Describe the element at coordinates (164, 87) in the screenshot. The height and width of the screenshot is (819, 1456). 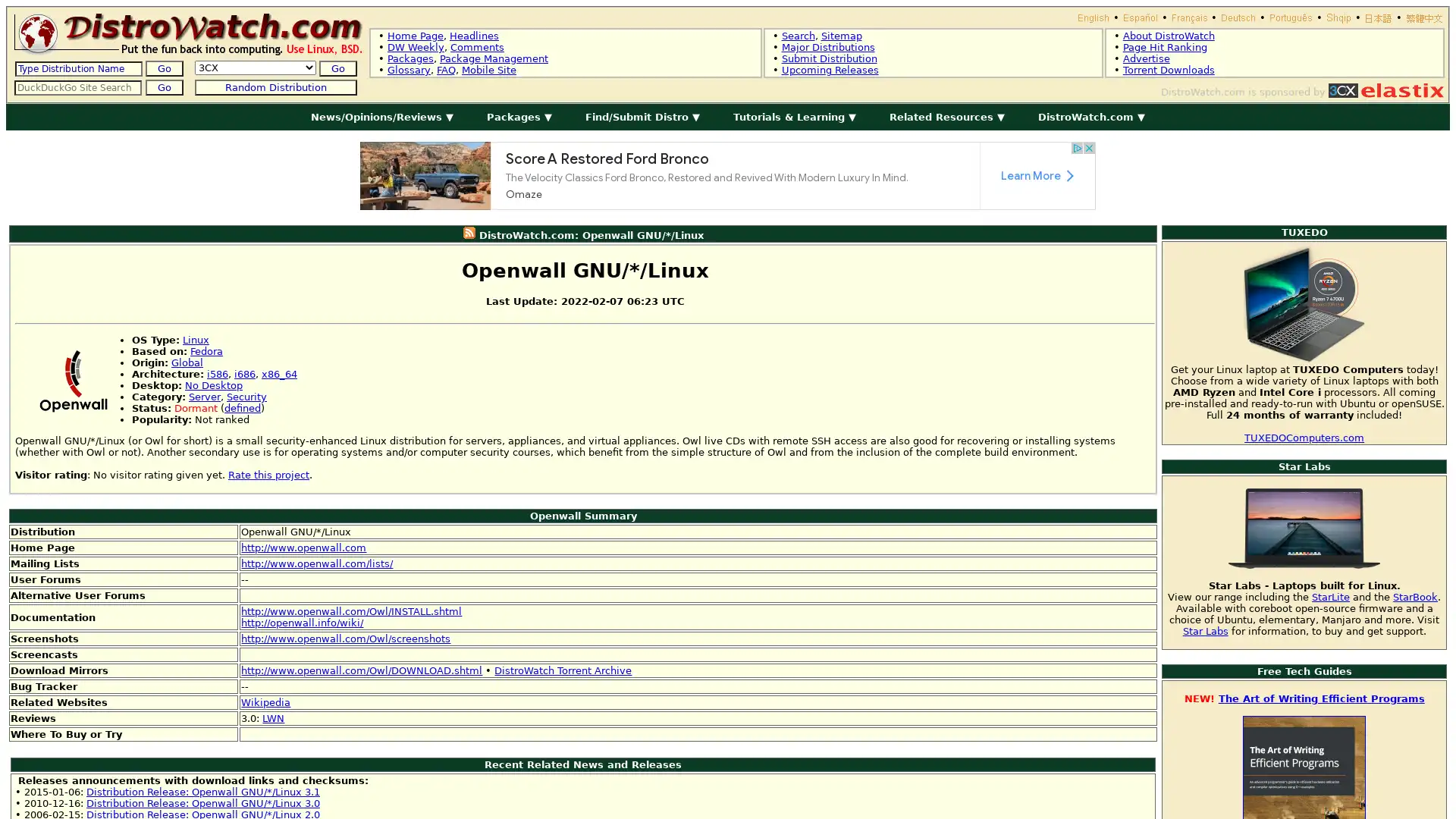
I see `Go` at that location.